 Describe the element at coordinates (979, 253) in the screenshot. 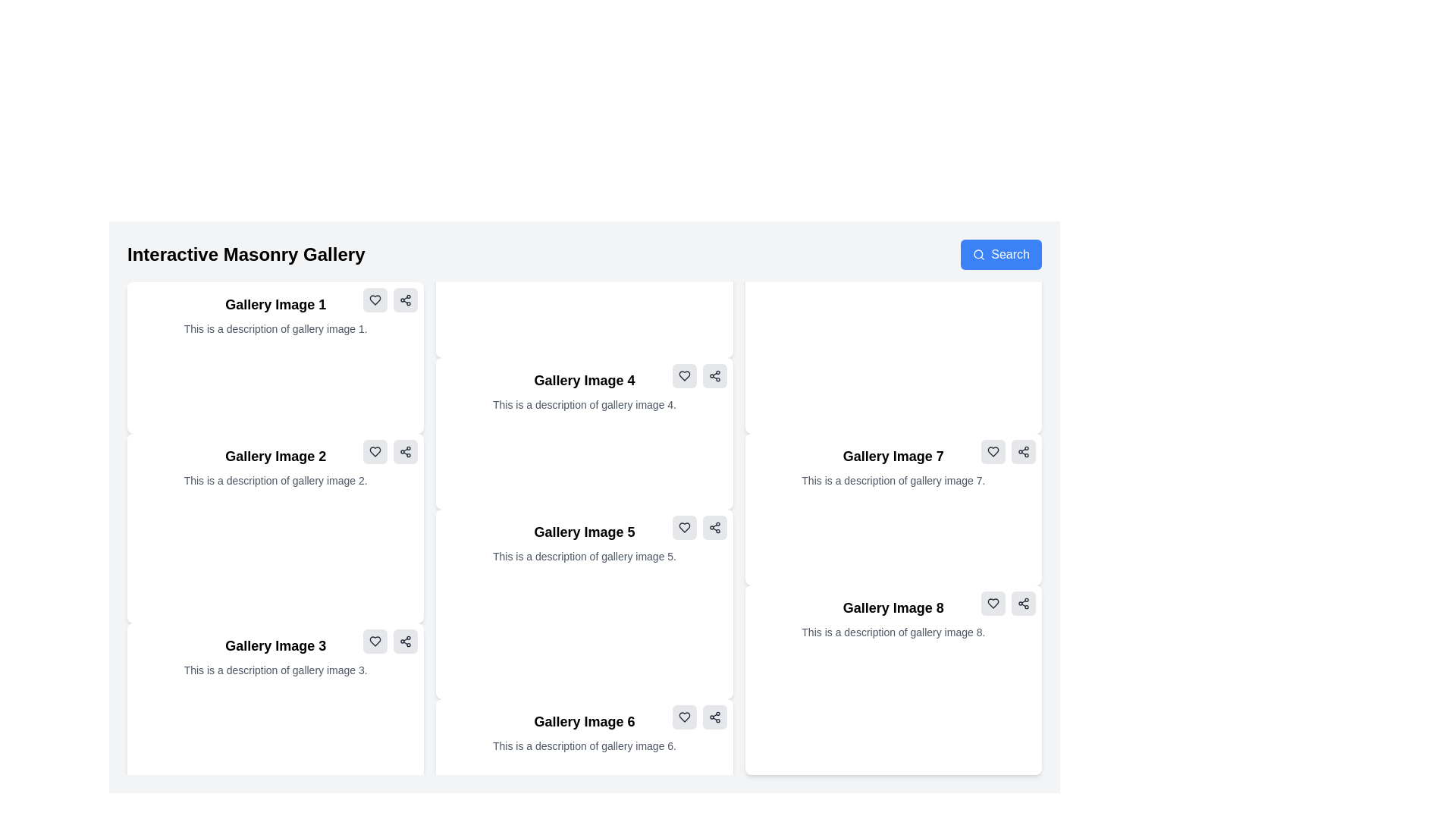

I see `the search icon located within the 'Search' button at the upper right corner of the interface` at that location.